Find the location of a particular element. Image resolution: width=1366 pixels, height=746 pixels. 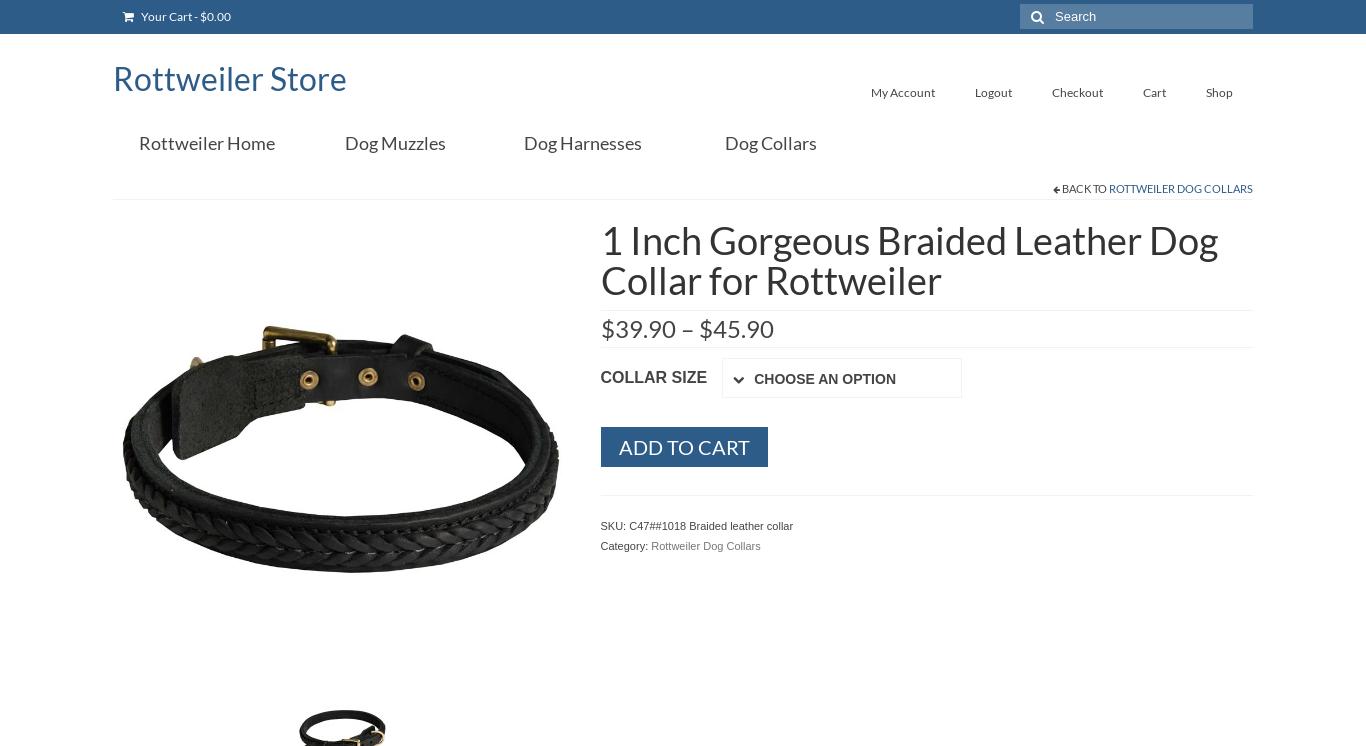

'Category:' is located at coordinates (624, 545).